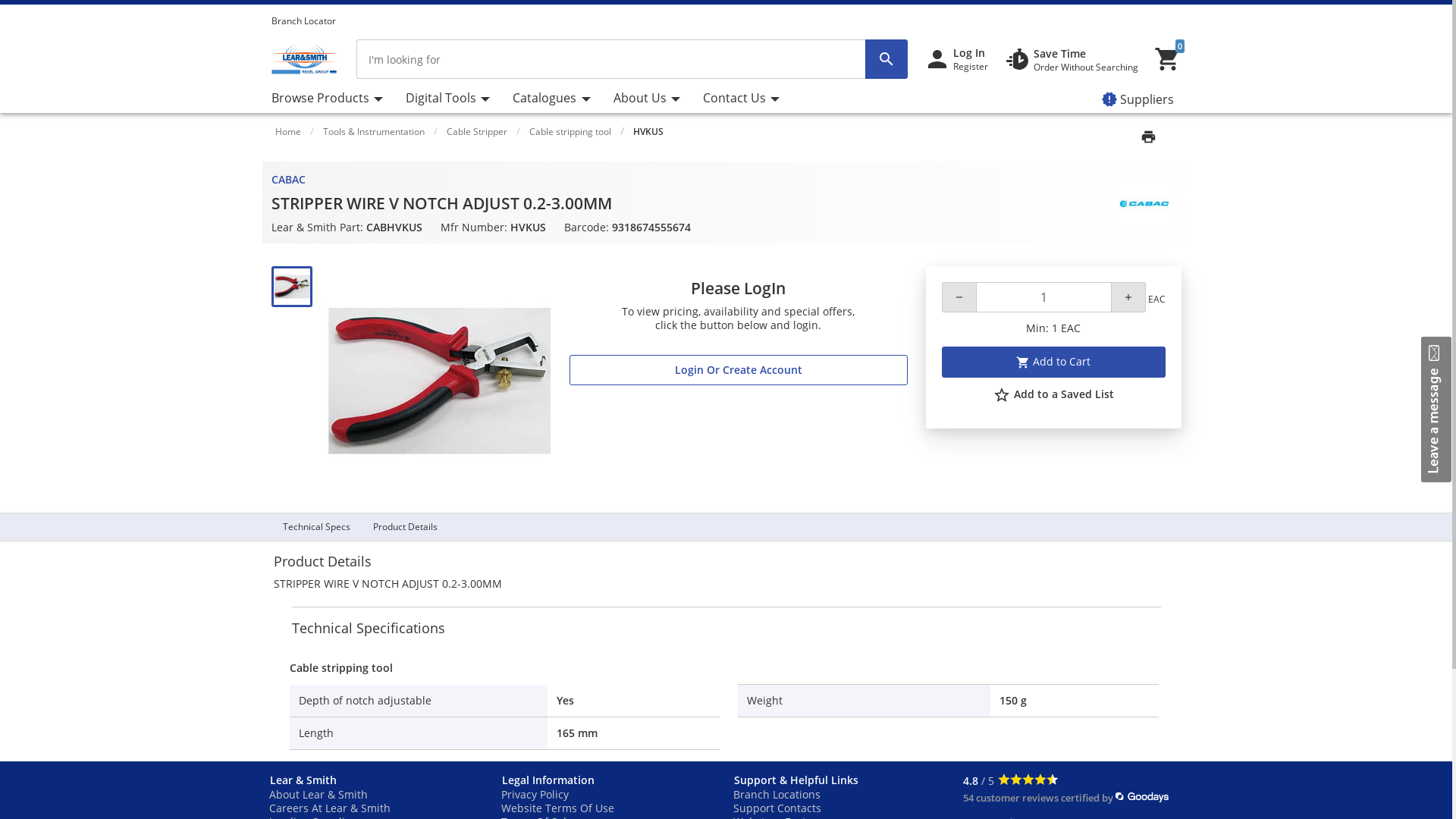  Describe the element at coordinates (288, 178) in the screenshot. I see `'CABAC'` at that location.